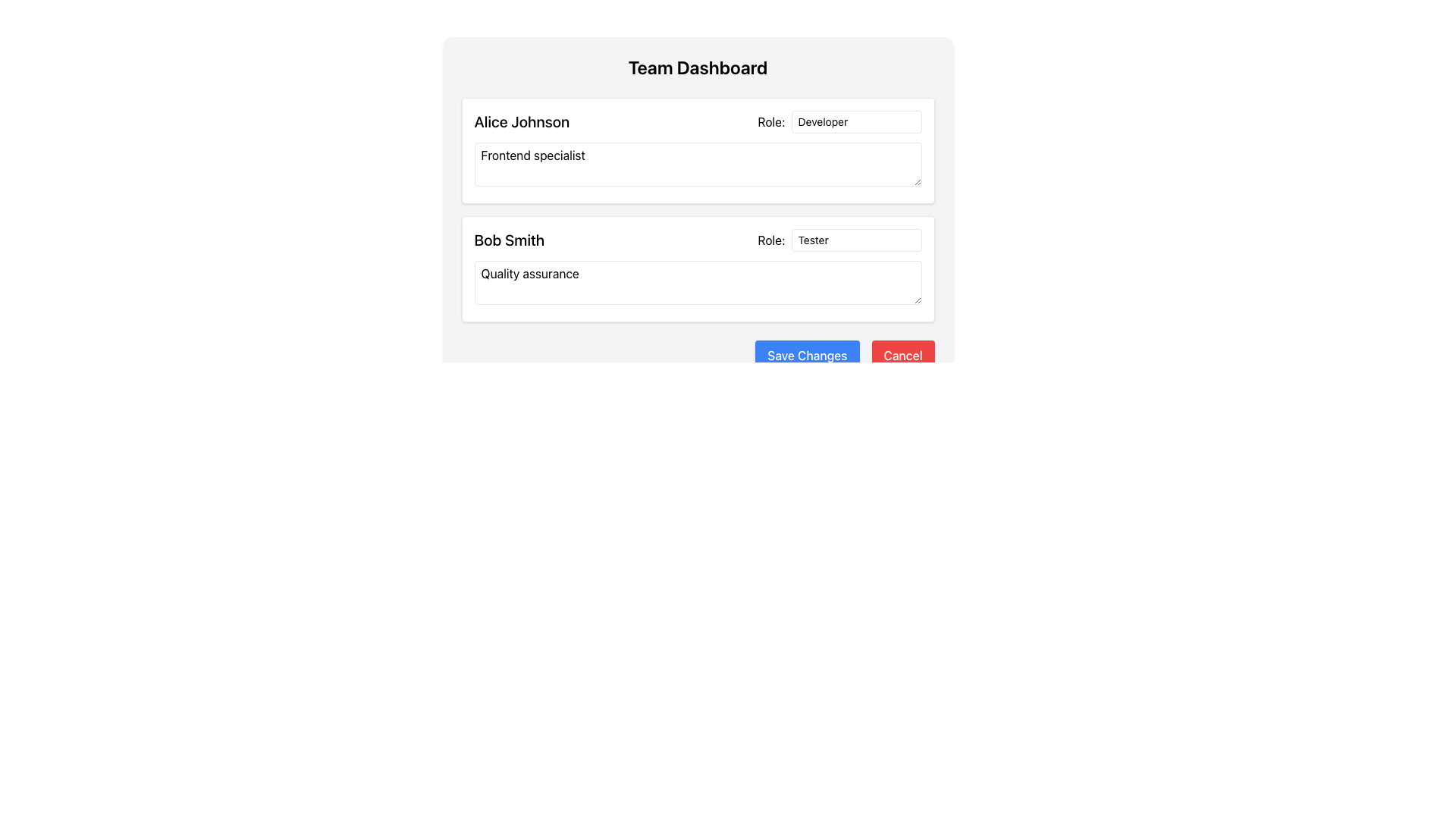  I want to click on to select the text 'Frontend specialist' in the text input field located in the 'Alice Johnson' section under the 'Team Dashboard.', so click(697, 164).